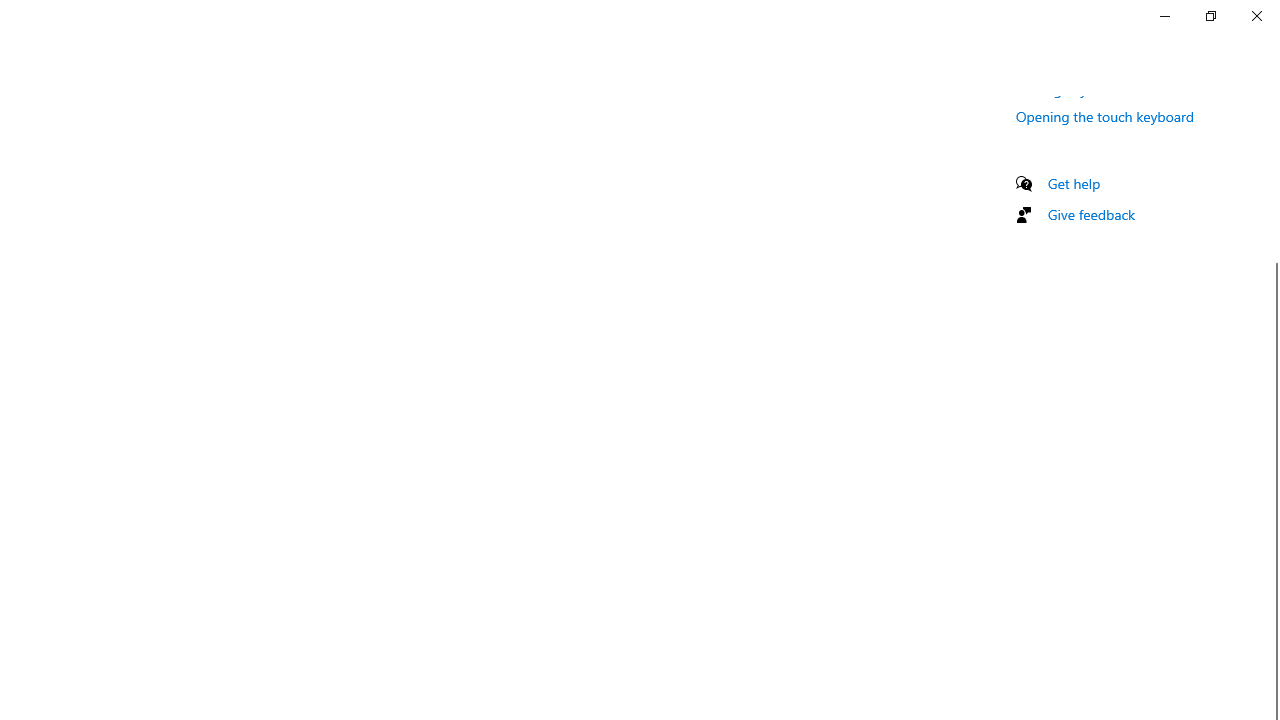 Image resolution: width=1280 pixels, height=720 pixels. I want to click on 'Minimize Settings', so click(1164, 15).